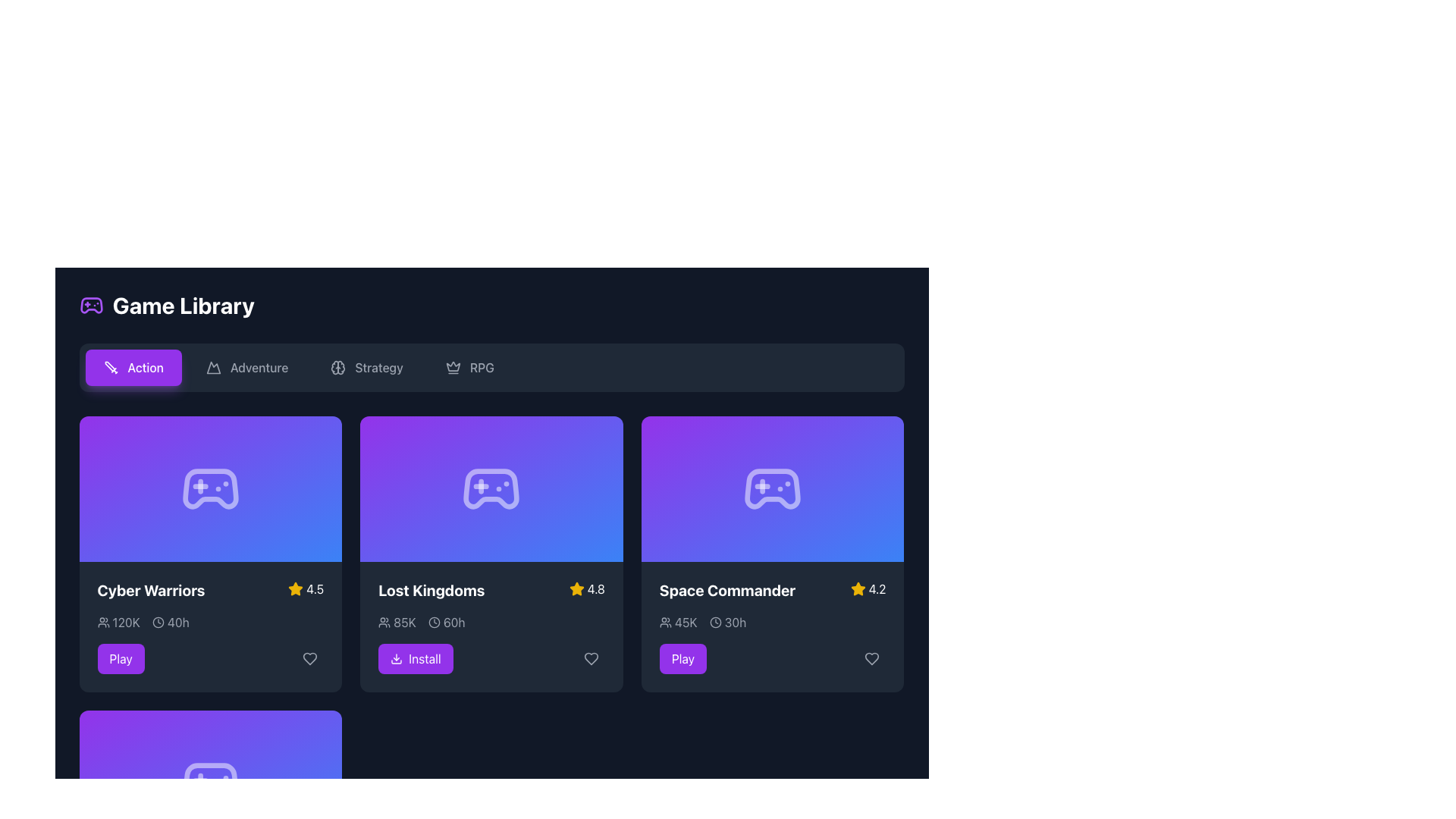  Describe the element at coordinates (102, 623) in the screenshot. I see `the user group icon, which is a rounded shape with two smaller inner circles, located to the left of the text '120K' in the 'Cyber Warriors' card` at that location.